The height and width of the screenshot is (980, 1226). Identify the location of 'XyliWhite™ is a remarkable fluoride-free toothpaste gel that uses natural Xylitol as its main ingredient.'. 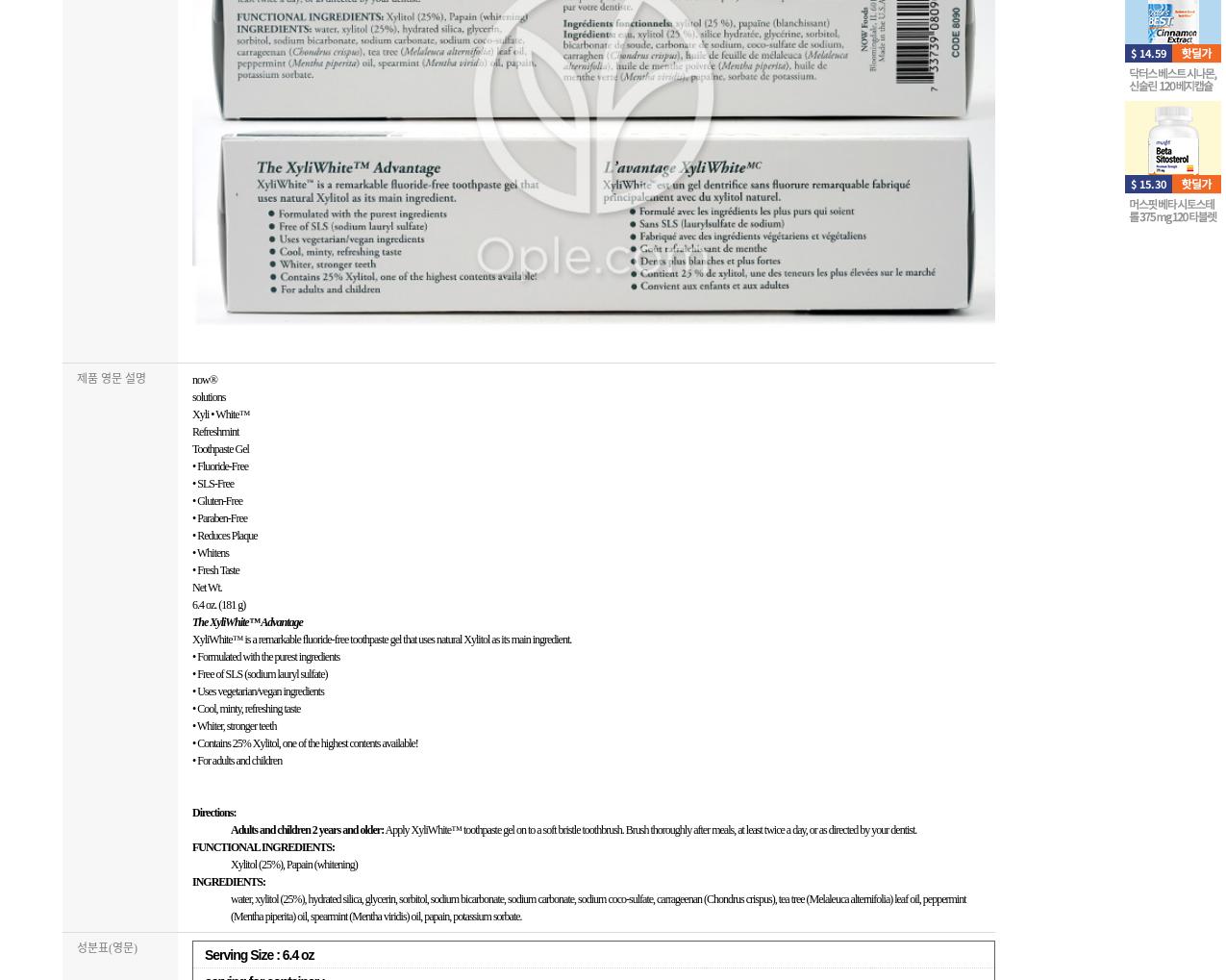
(382, 638).